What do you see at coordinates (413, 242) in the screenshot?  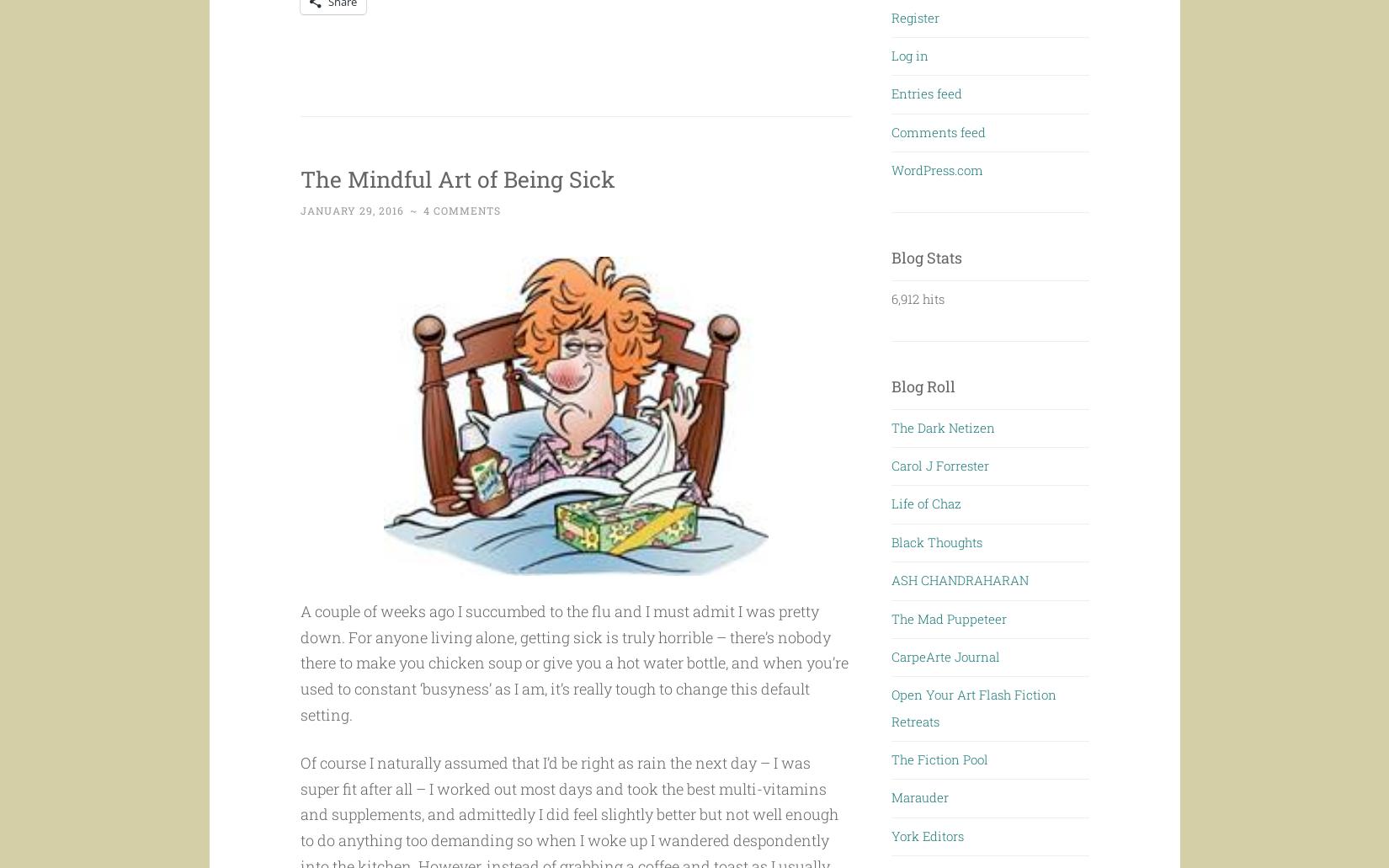 I see `'~'` at bounding box center [413, 242].